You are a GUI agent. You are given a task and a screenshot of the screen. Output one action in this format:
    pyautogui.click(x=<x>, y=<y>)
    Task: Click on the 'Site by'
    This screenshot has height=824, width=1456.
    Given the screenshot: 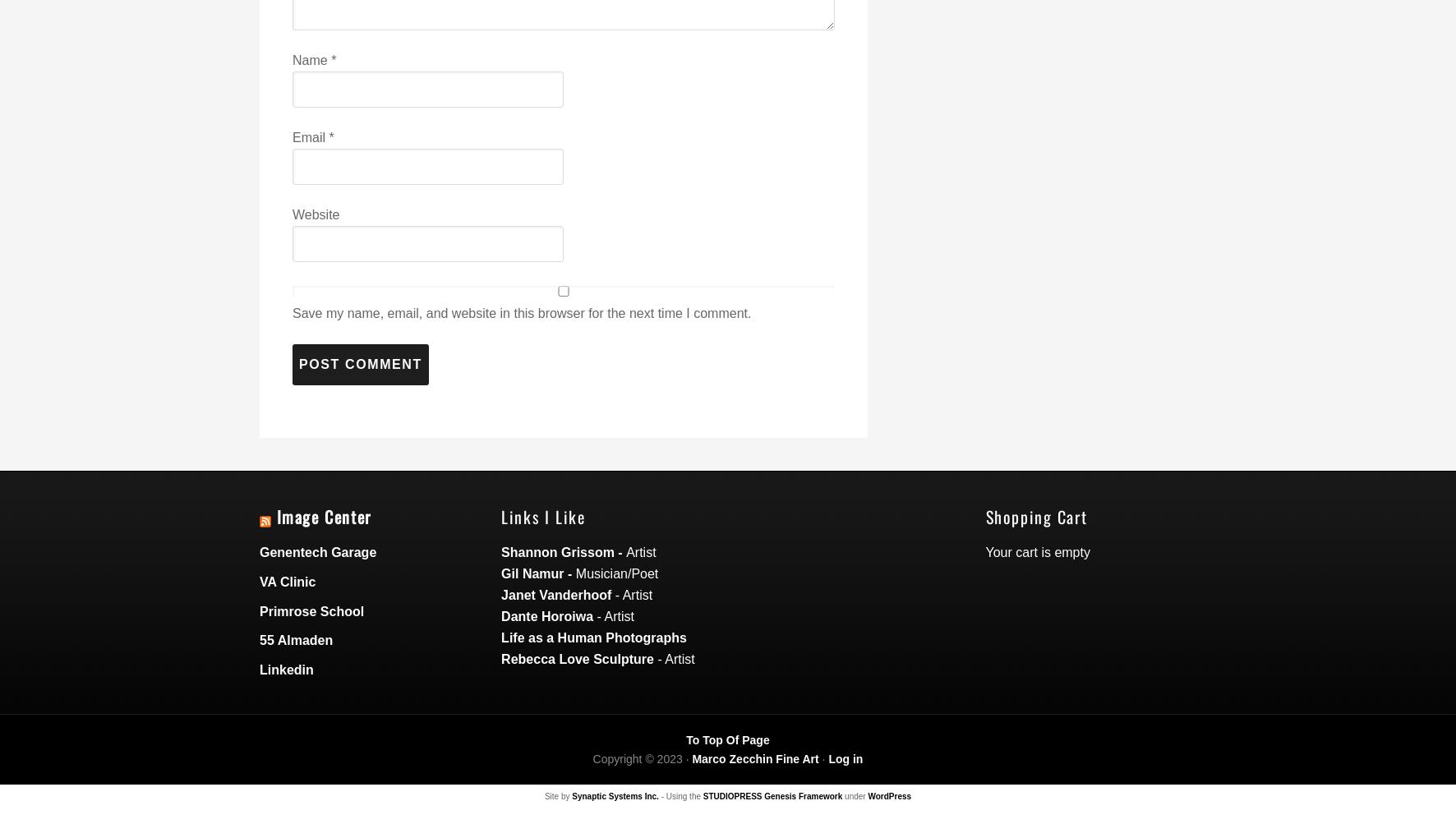 What is the action you would take?
    pyautogui.click(x=557, y=795)
    